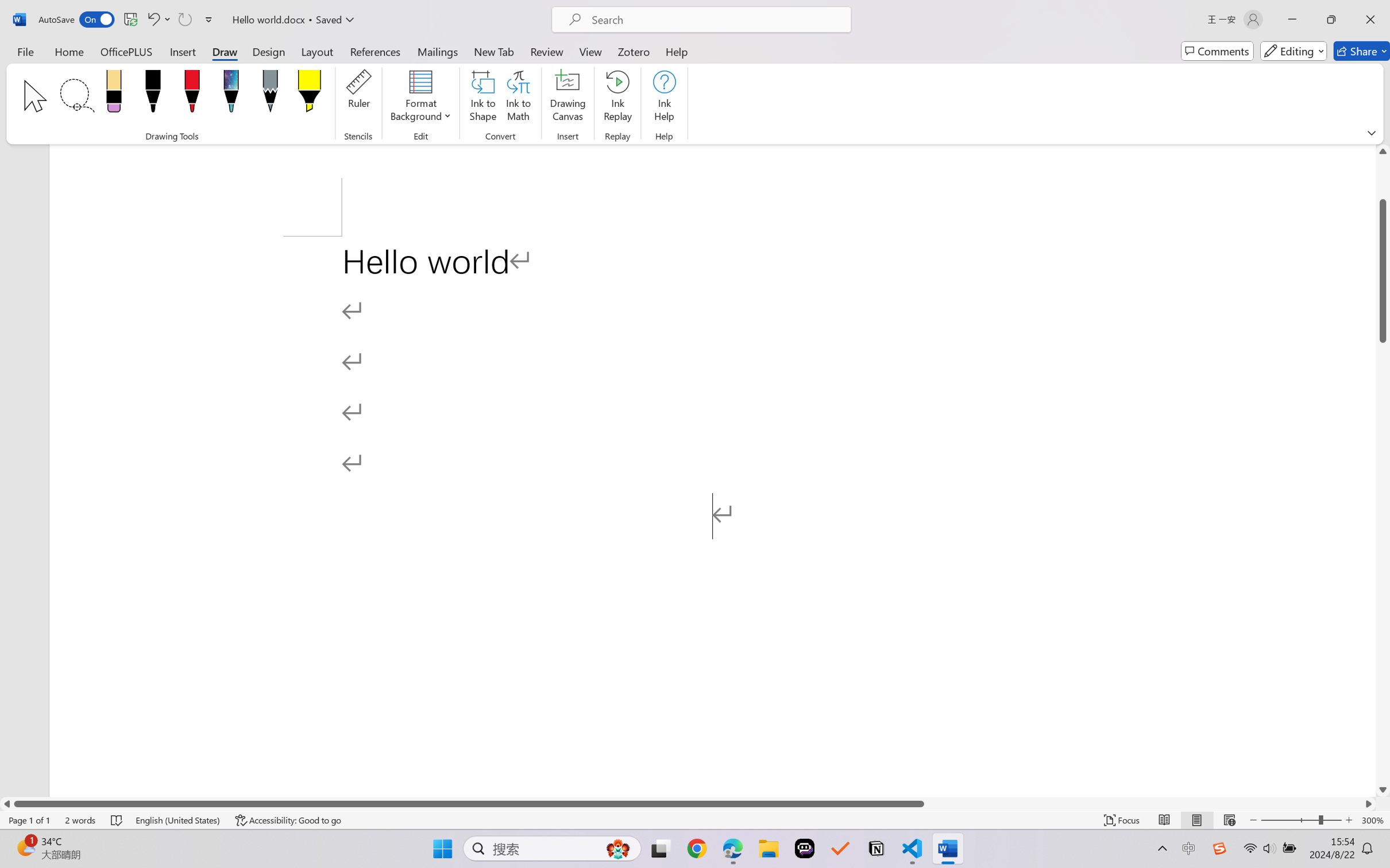 The image size is (1390, 868). What do you see at coordinates (518, 98) in the screenshot?
I see `'Ink to Math'` at bounding box center [518, 98].